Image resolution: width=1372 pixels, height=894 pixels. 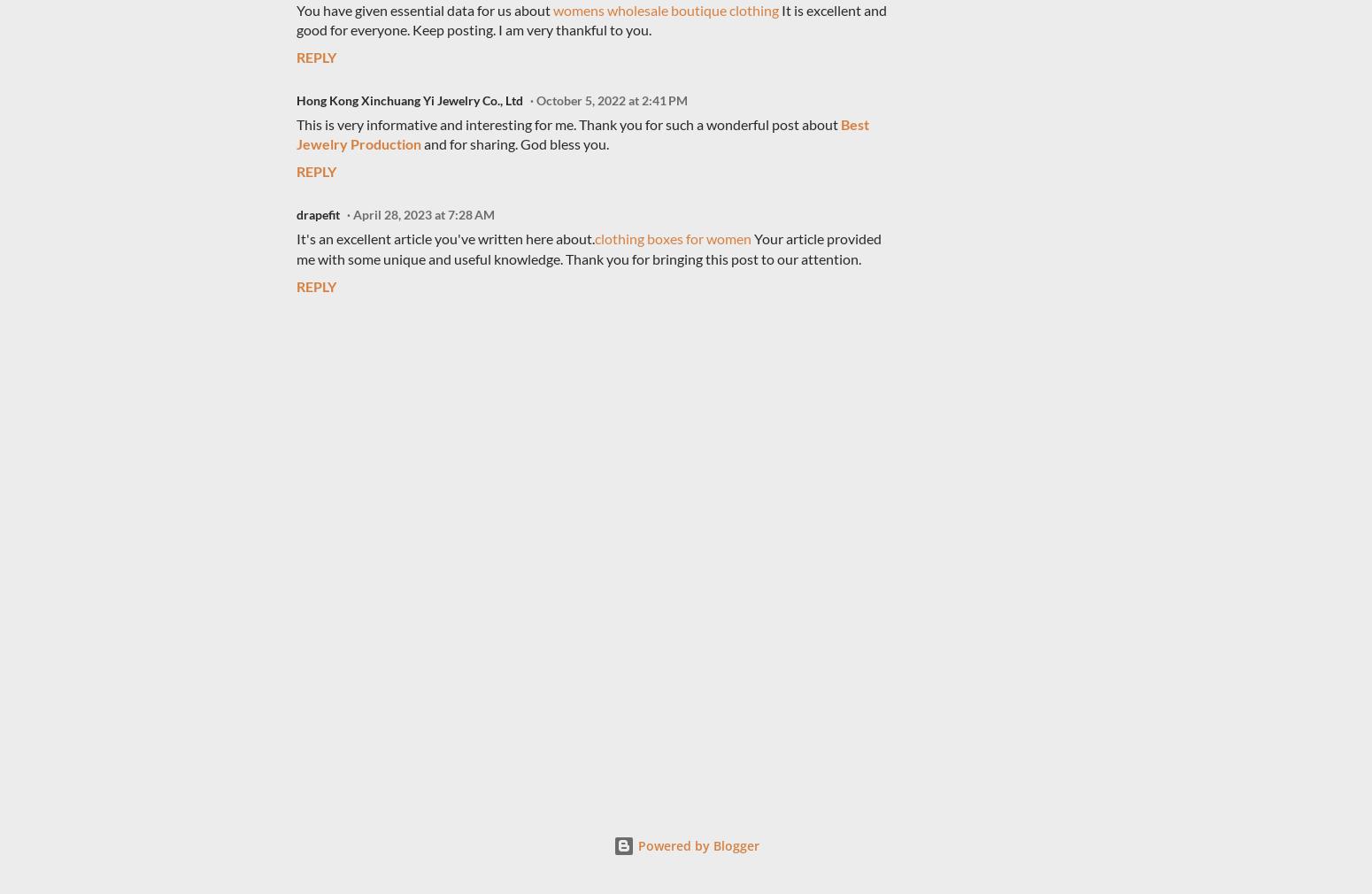 What do you see at coordinates (590, 19) in the screenshot?
I see `'It is excellent and good for everyone. Keep posting. I am very thankful to you.'` at bounding box center [590, 19].